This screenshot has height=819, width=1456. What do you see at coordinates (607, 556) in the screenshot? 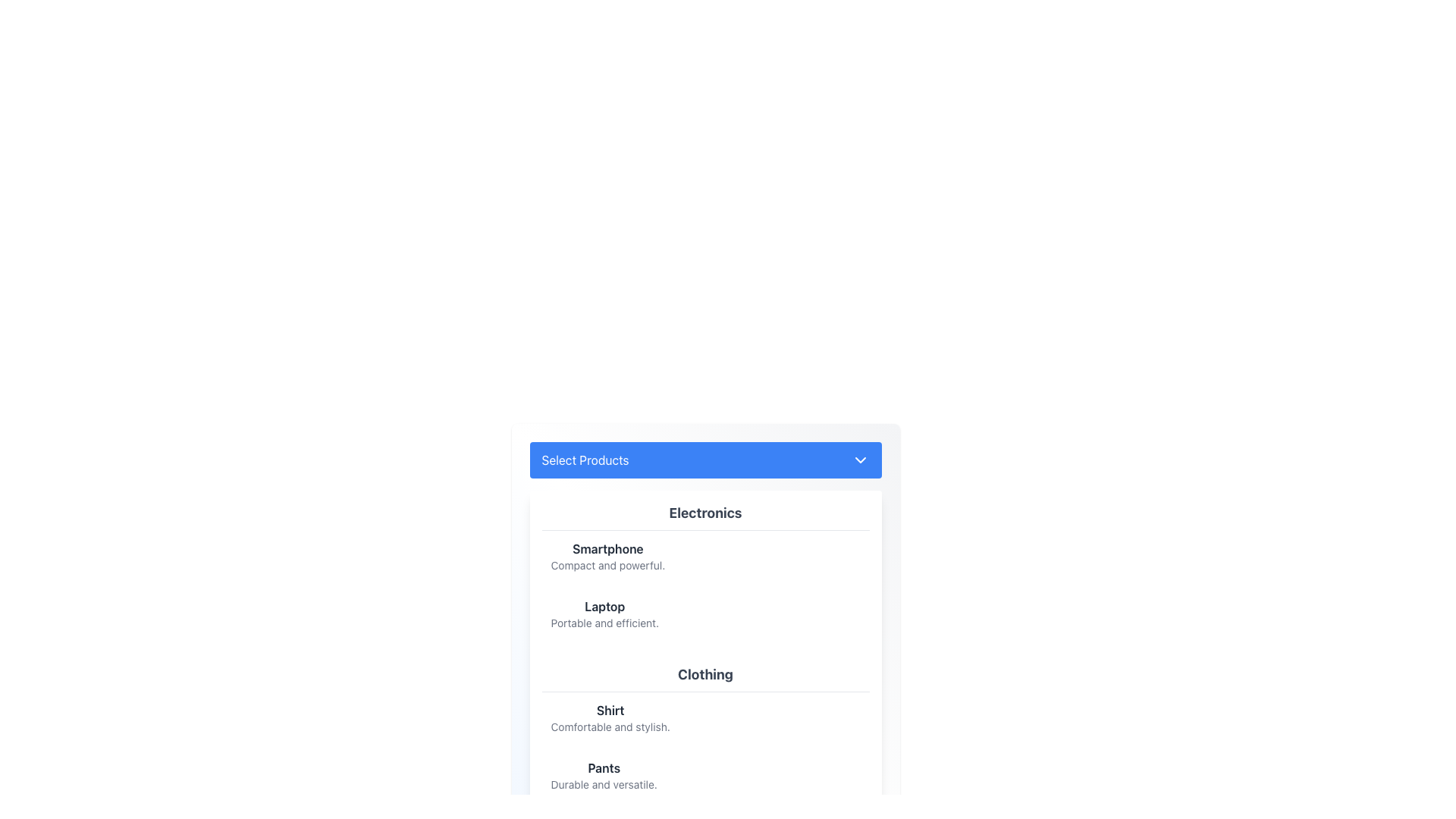
I see `information displayed in the text element for the product category 'Smartphone' located under the 'Electronics' section, which is the first item in this category` at bounding box center [607, 556].